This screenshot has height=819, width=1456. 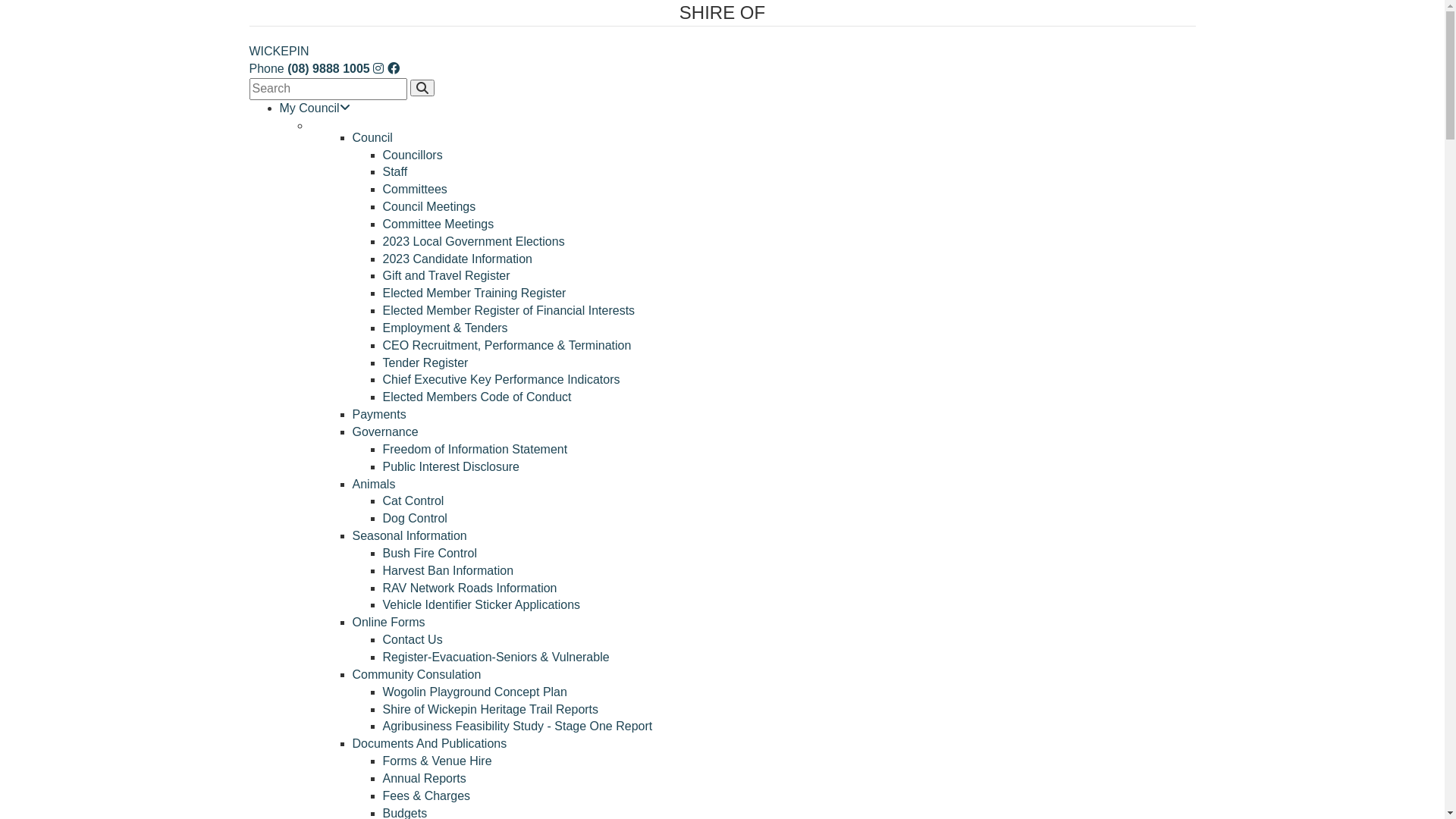 What do you see at coordinates (382, 500) in the screenshot?
I see `'Cat Control'` at bounding box center [382, 500].